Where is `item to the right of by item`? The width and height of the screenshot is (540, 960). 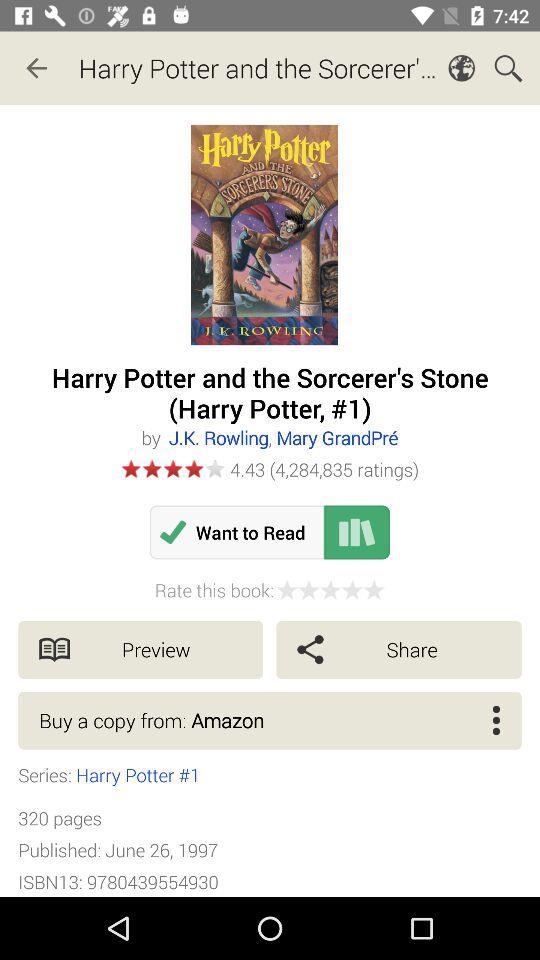
item to the right of by item is located at coordinates (282, 437).